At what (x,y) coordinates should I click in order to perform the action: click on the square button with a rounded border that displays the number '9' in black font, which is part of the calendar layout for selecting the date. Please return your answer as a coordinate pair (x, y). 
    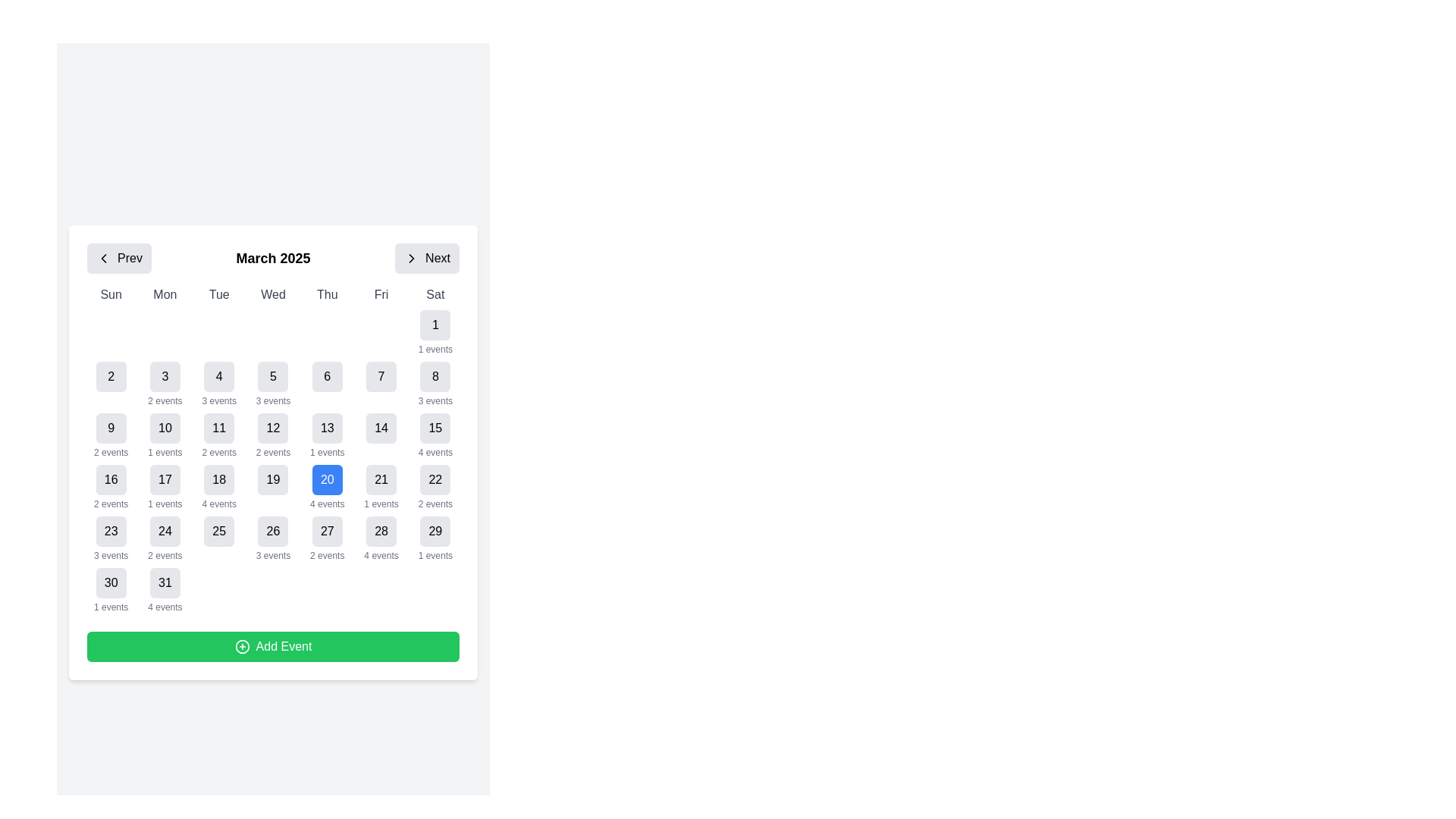
    Looking at the image, I should click on (110, 428).